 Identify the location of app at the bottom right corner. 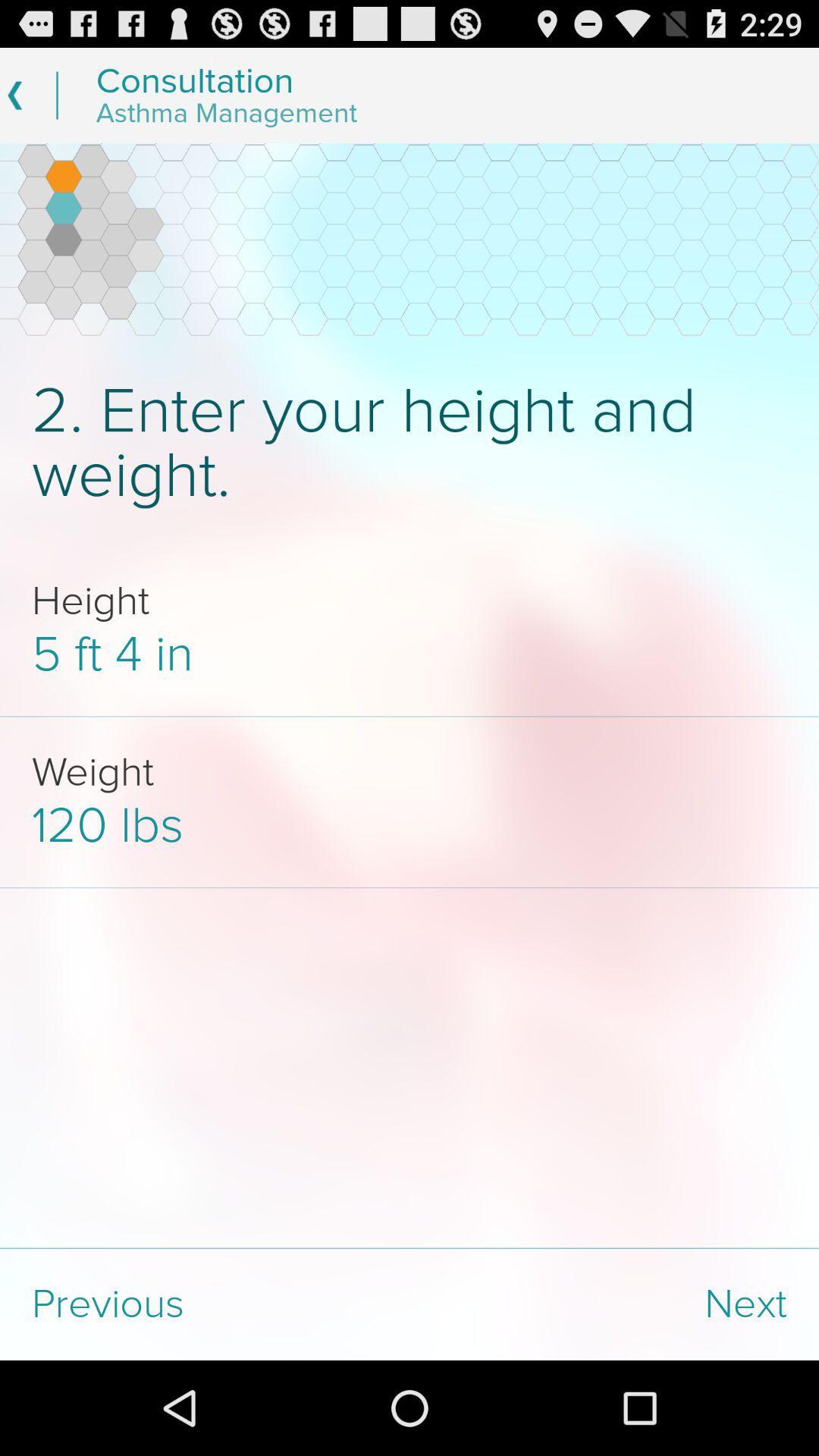
(614, 1304).